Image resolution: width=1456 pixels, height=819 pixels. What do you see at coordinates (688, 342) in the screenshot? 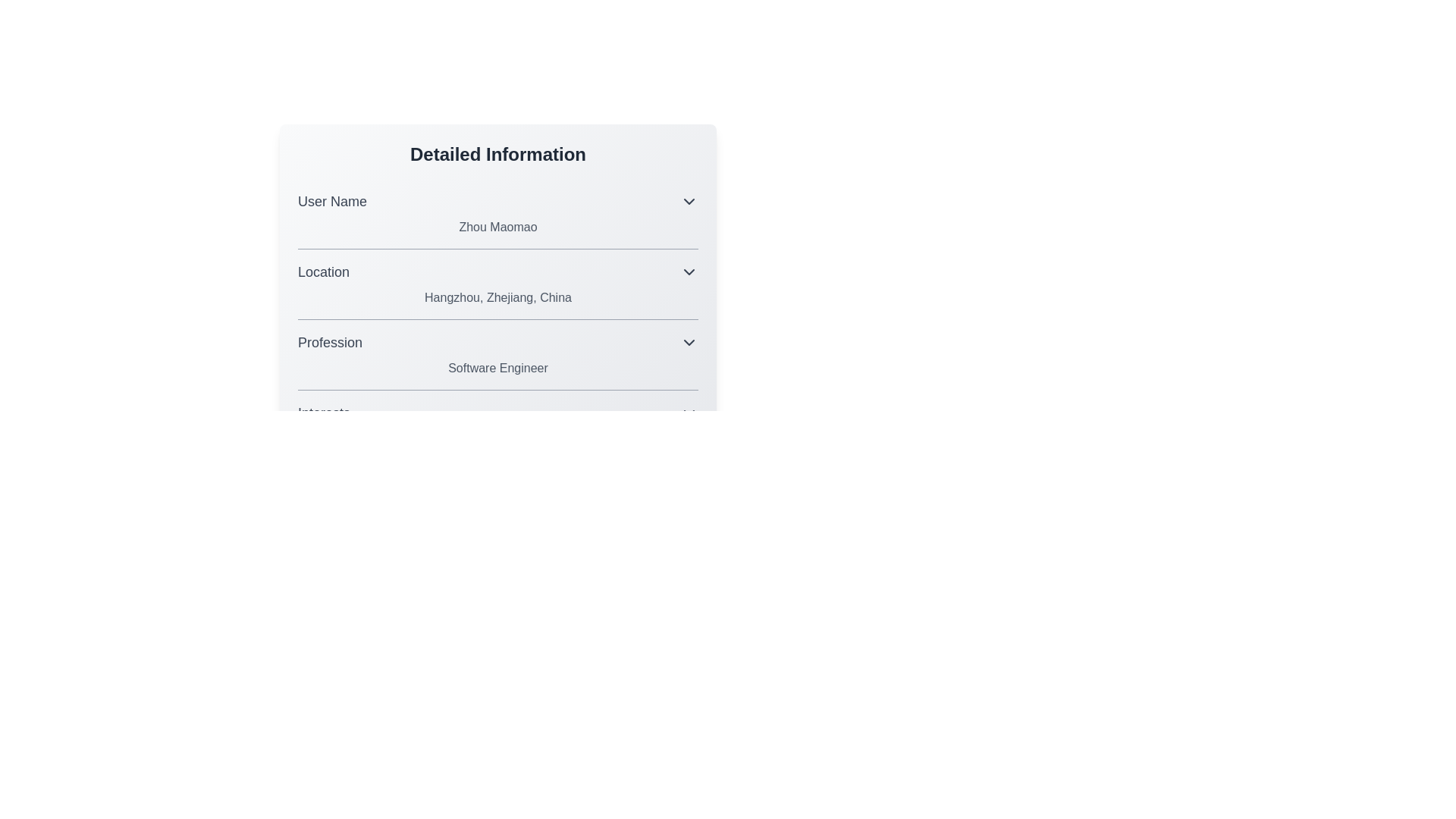
I see `the downward-facing chevron icon located on the far-right side of the 'Profession' row` at bounding box center [688, 342].